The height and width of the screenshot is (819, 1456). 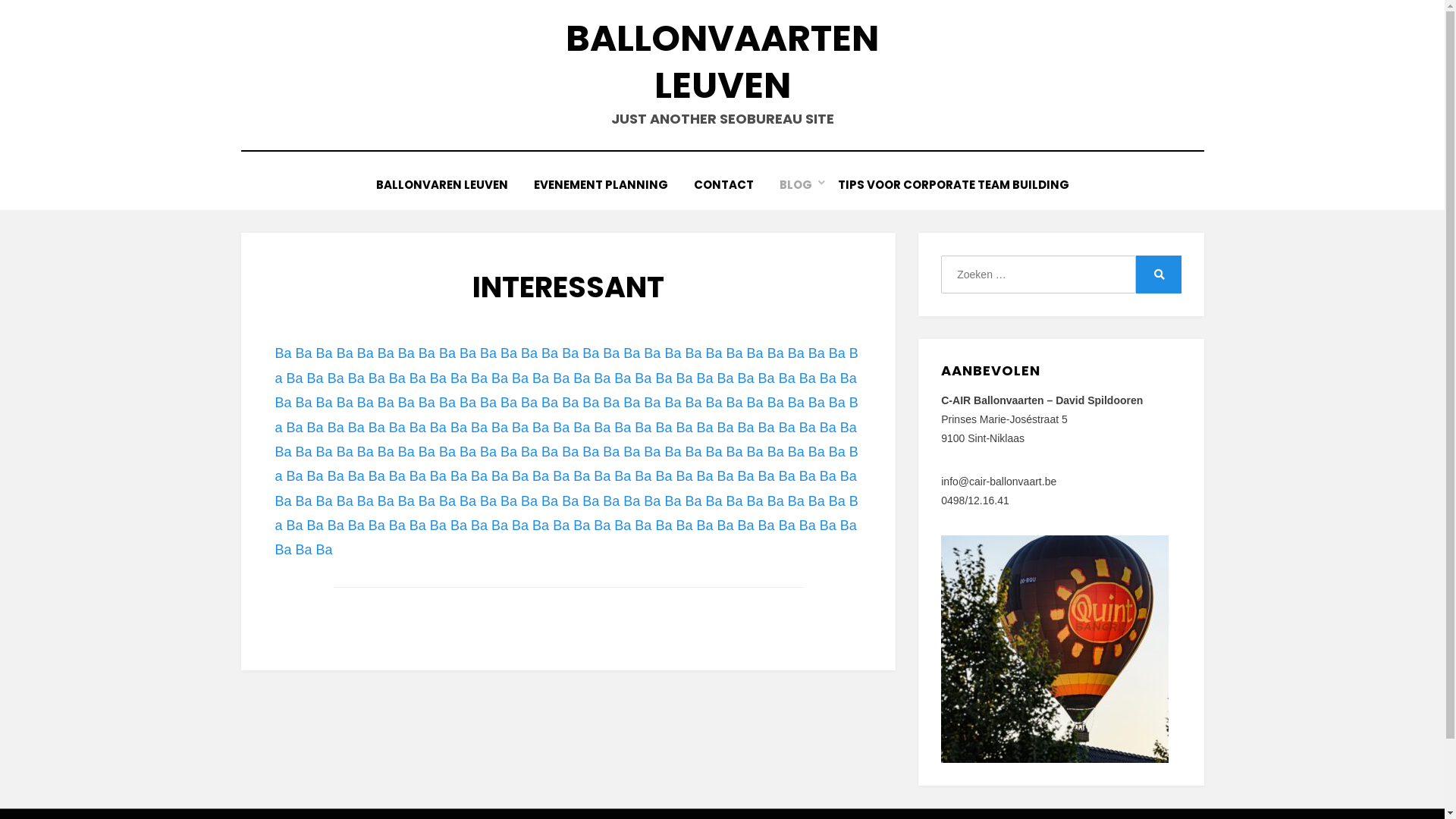 I want to click on 'TIPS VOOR CORPORATE TEAM BUILDING', so click(x=952, y=184).